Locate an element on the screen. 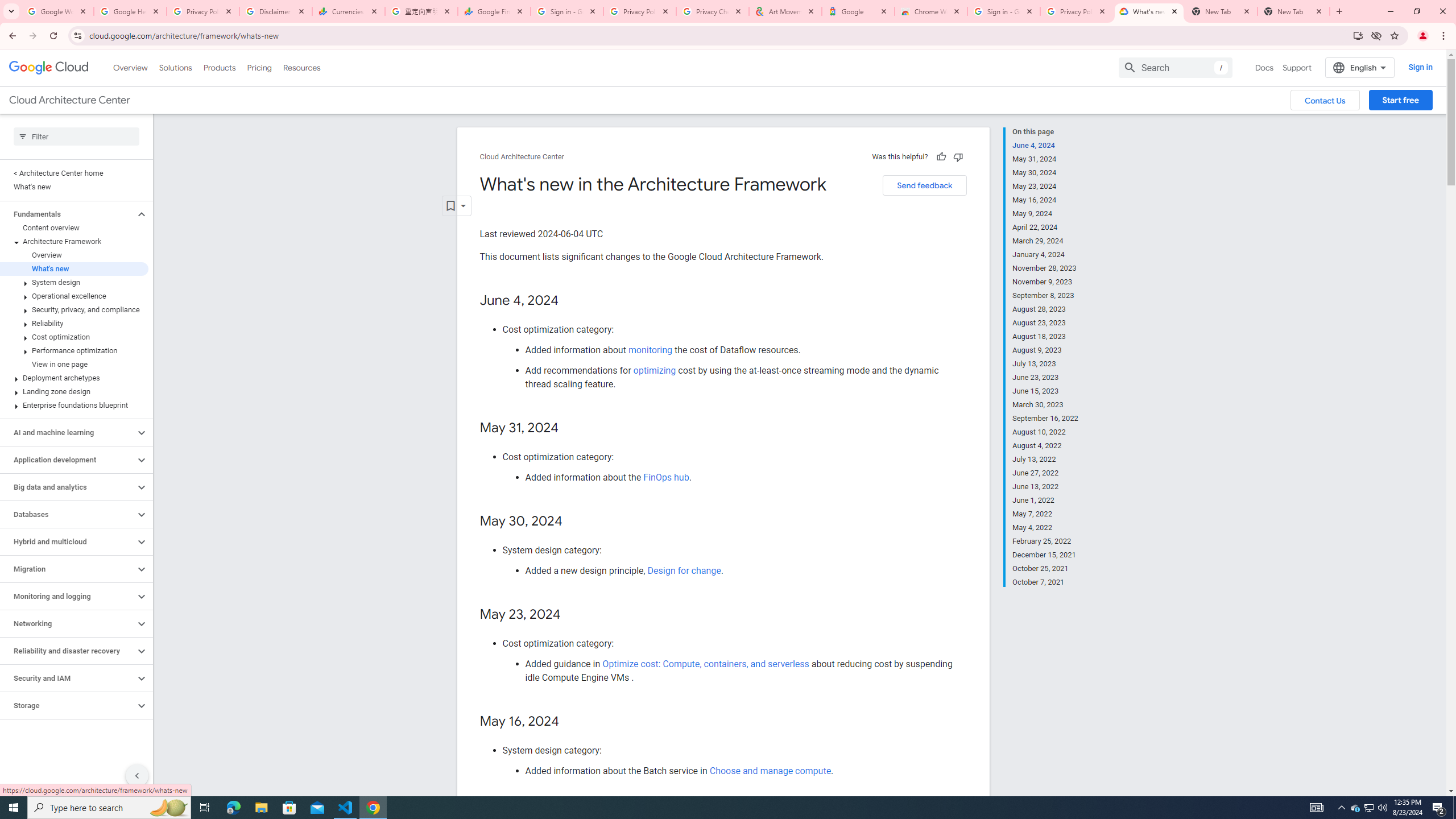 The image size is (1456, 819). 'August 10, 2022' is located at coordinates (1045, 431).